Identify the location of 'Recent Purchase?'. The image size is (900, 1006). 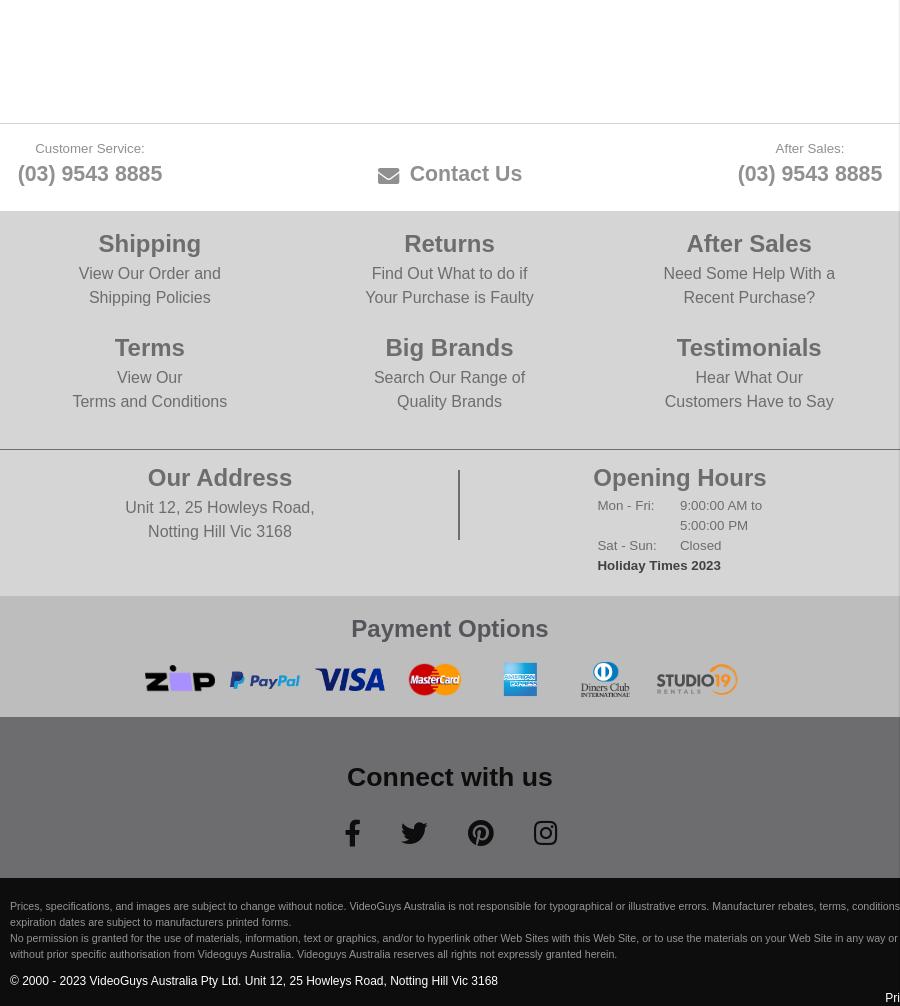
(747, 295).